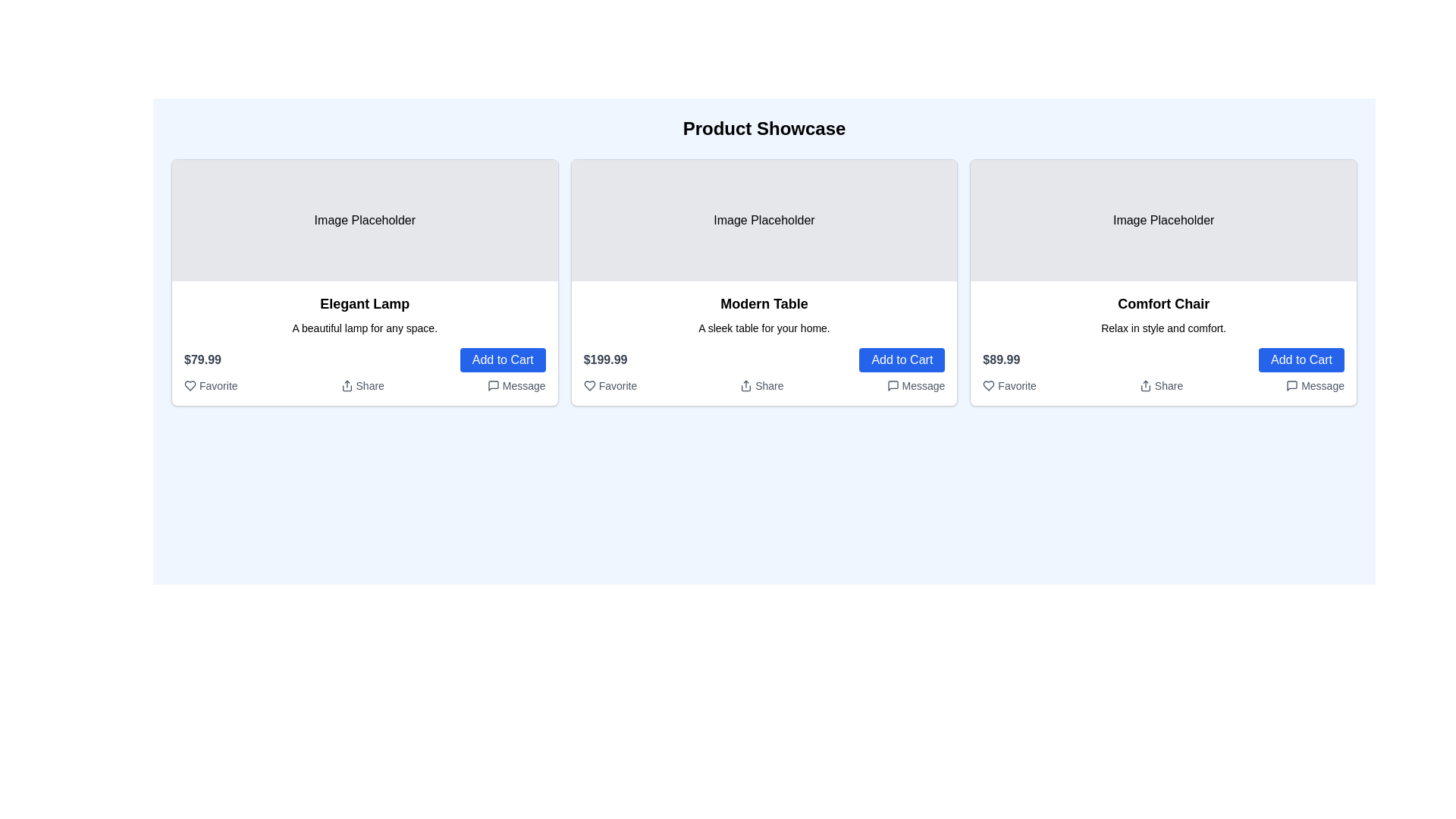 This screenshot has width=1456, height=819. I want to click on the text block displaying the title 'Modern Table', which is prominently styled in large, bold font and located at the top of the product card in the central column of the layout, so click(764, 304).